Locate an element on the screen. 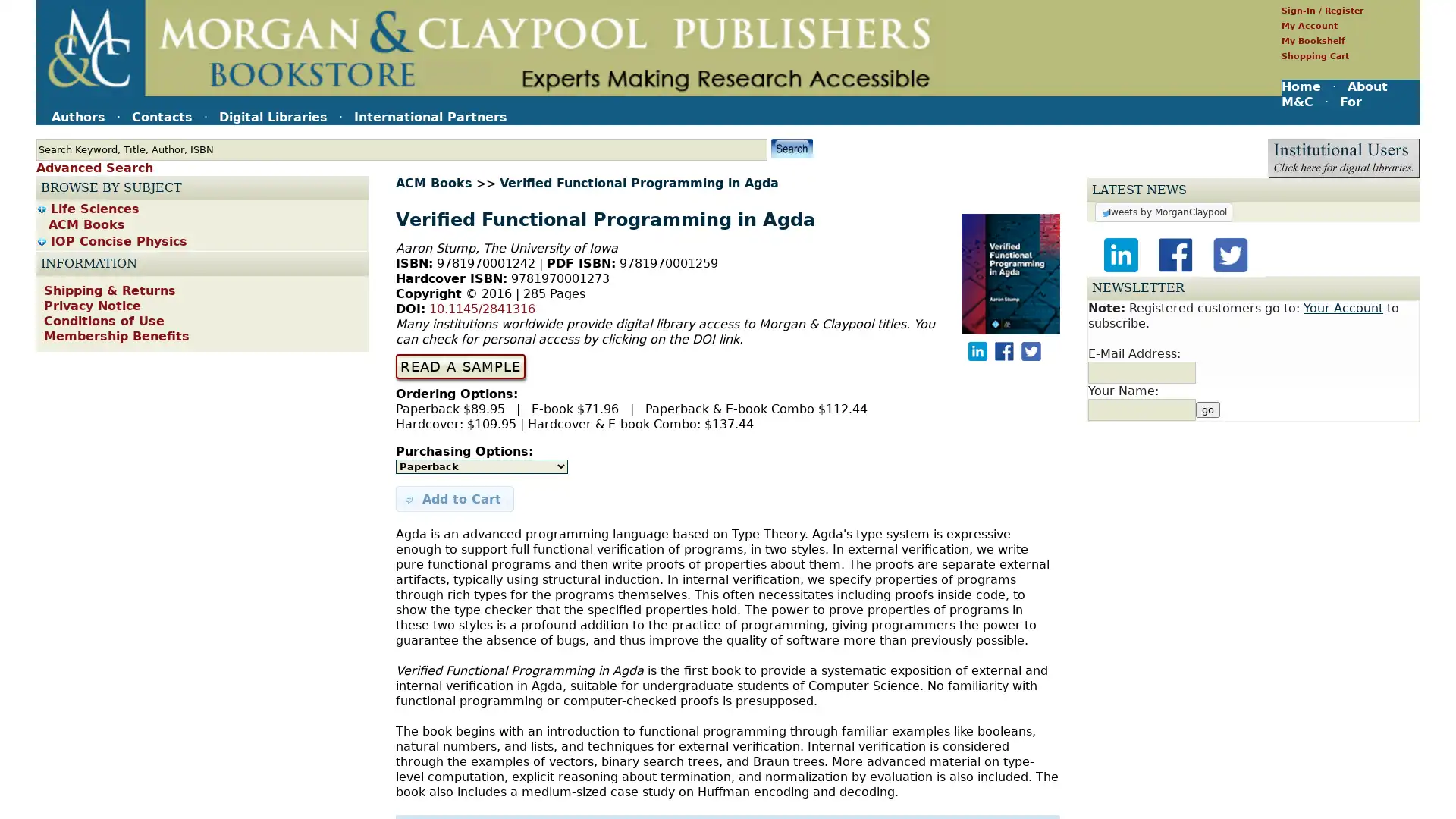  Add to Cart is located at coordinates (453, 499).